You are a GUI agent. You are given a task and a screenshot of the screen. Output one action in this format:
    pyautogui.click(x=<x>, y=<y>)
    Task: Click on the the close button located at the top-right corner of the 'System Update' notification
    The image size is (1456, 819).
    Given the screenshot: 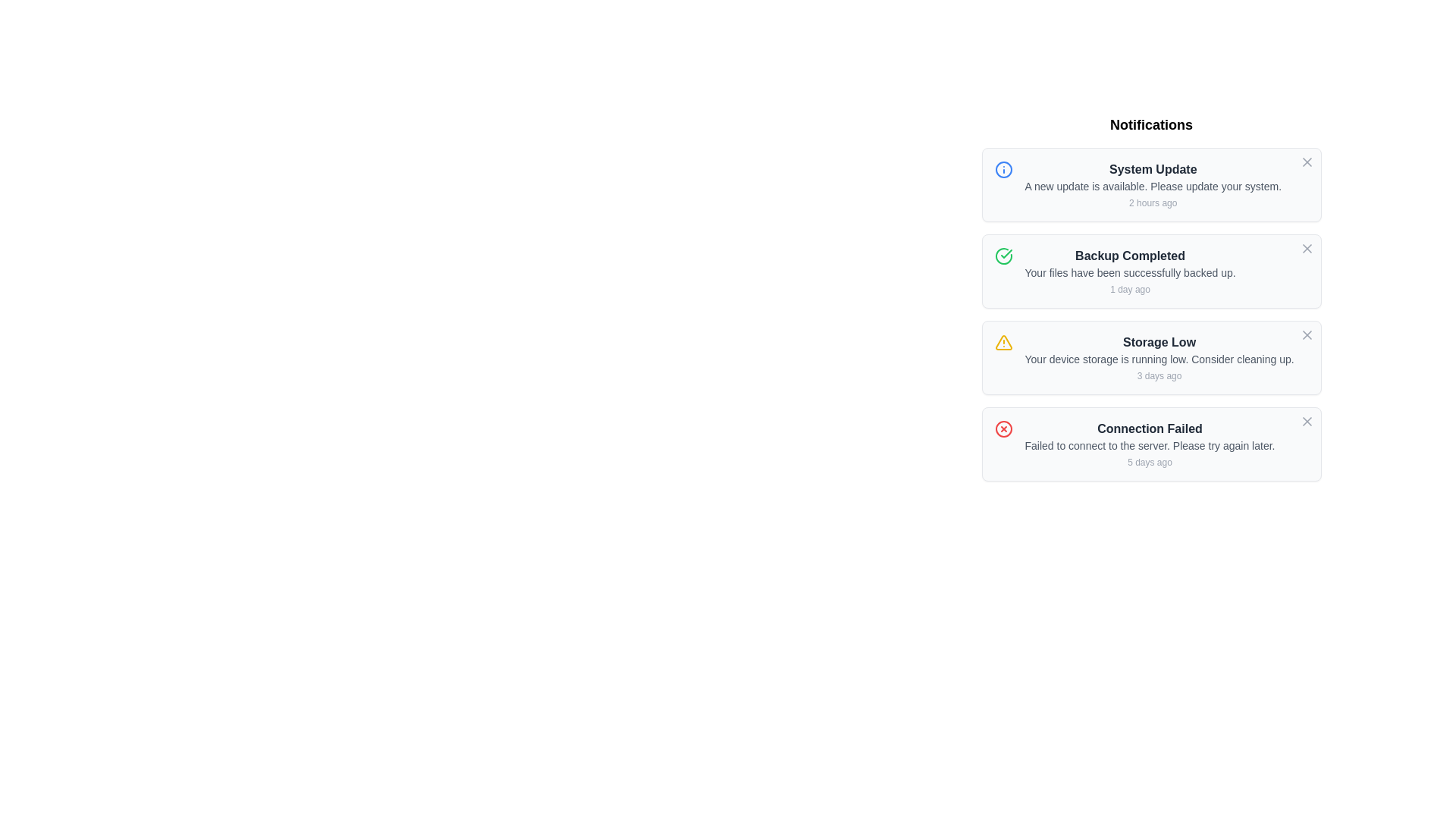 What is the action you would take?
    pyautogui.click(x=1306, y=162)
    